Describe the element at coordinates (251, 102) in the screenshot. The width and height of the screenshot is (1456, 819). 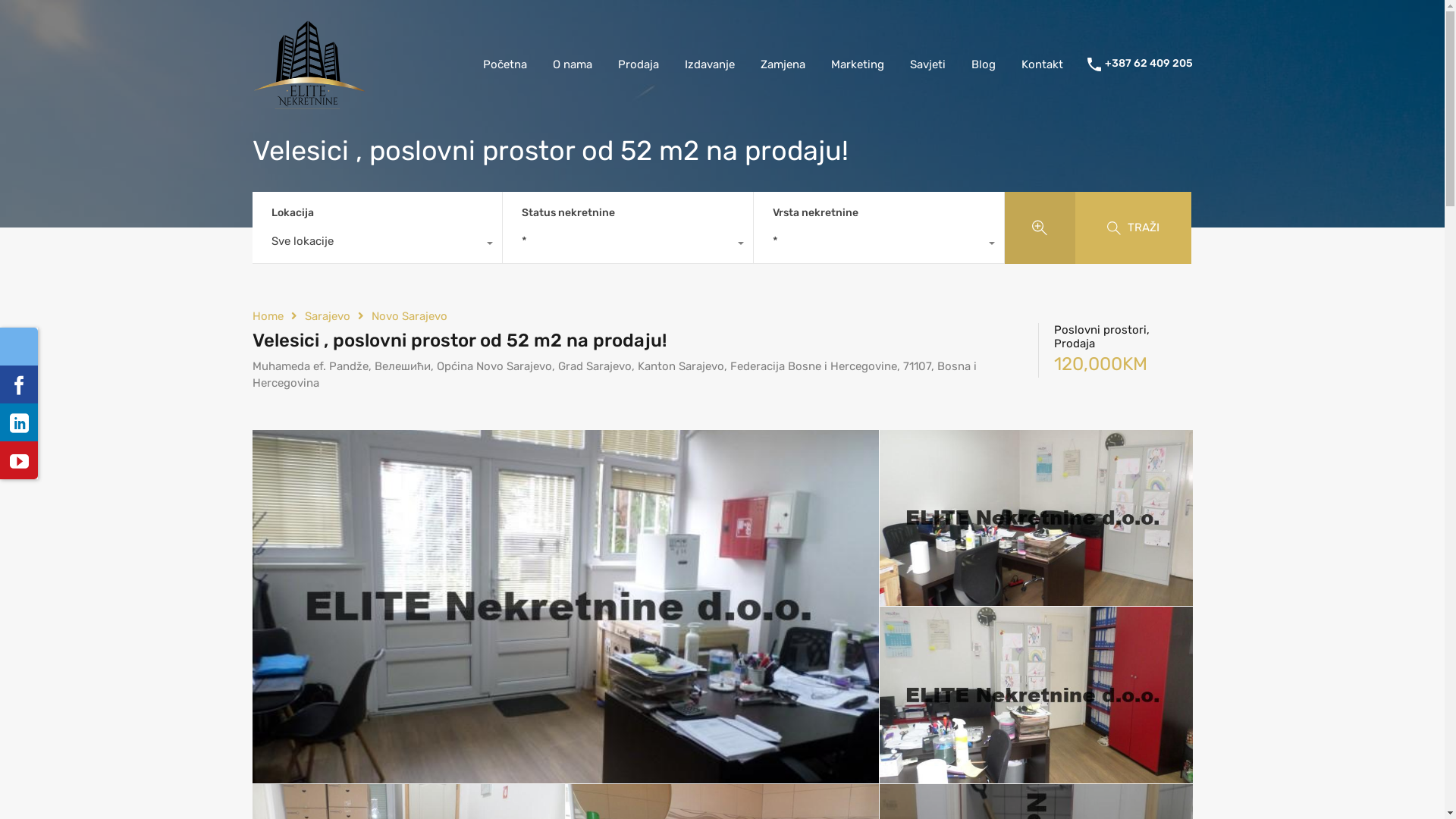
I see `'ELITE Nekretnine d.o.o.'` at that location.